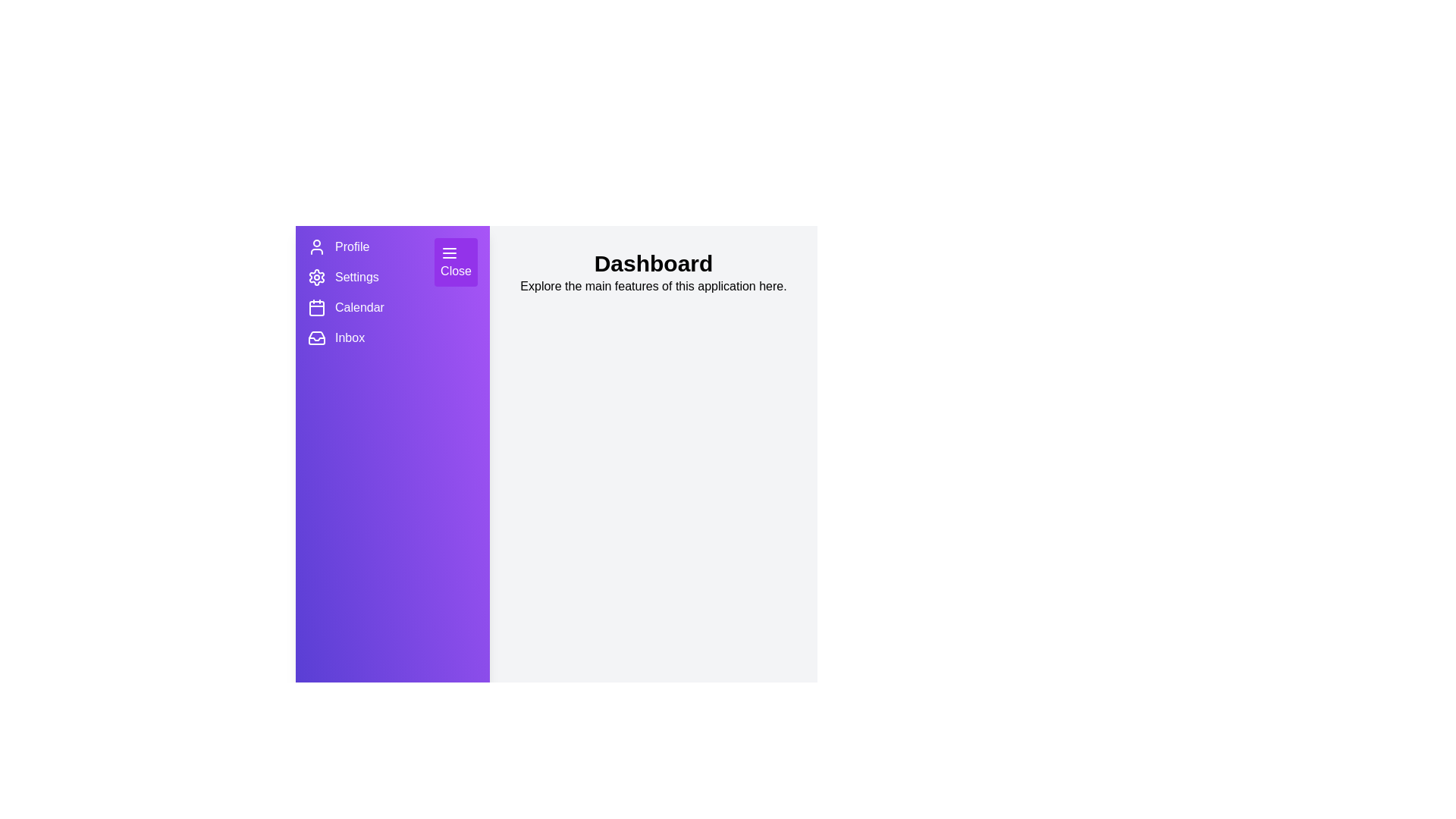 The image size is (1456, 819). I want to click on the menu item Settings, so click(315, 278).